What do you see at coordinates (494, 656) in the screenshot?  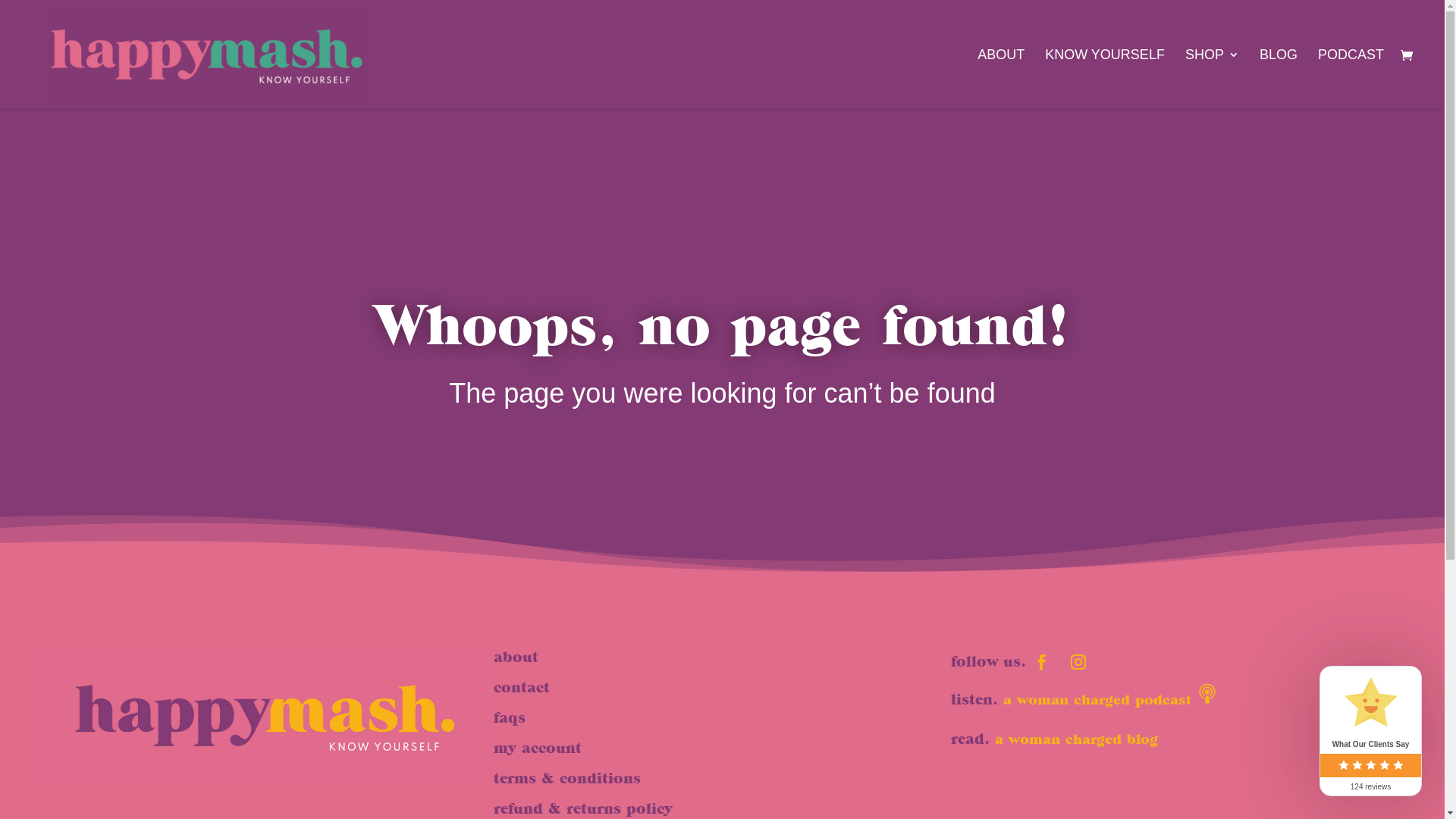 I see `'about'` at bounding box center [494, 656].